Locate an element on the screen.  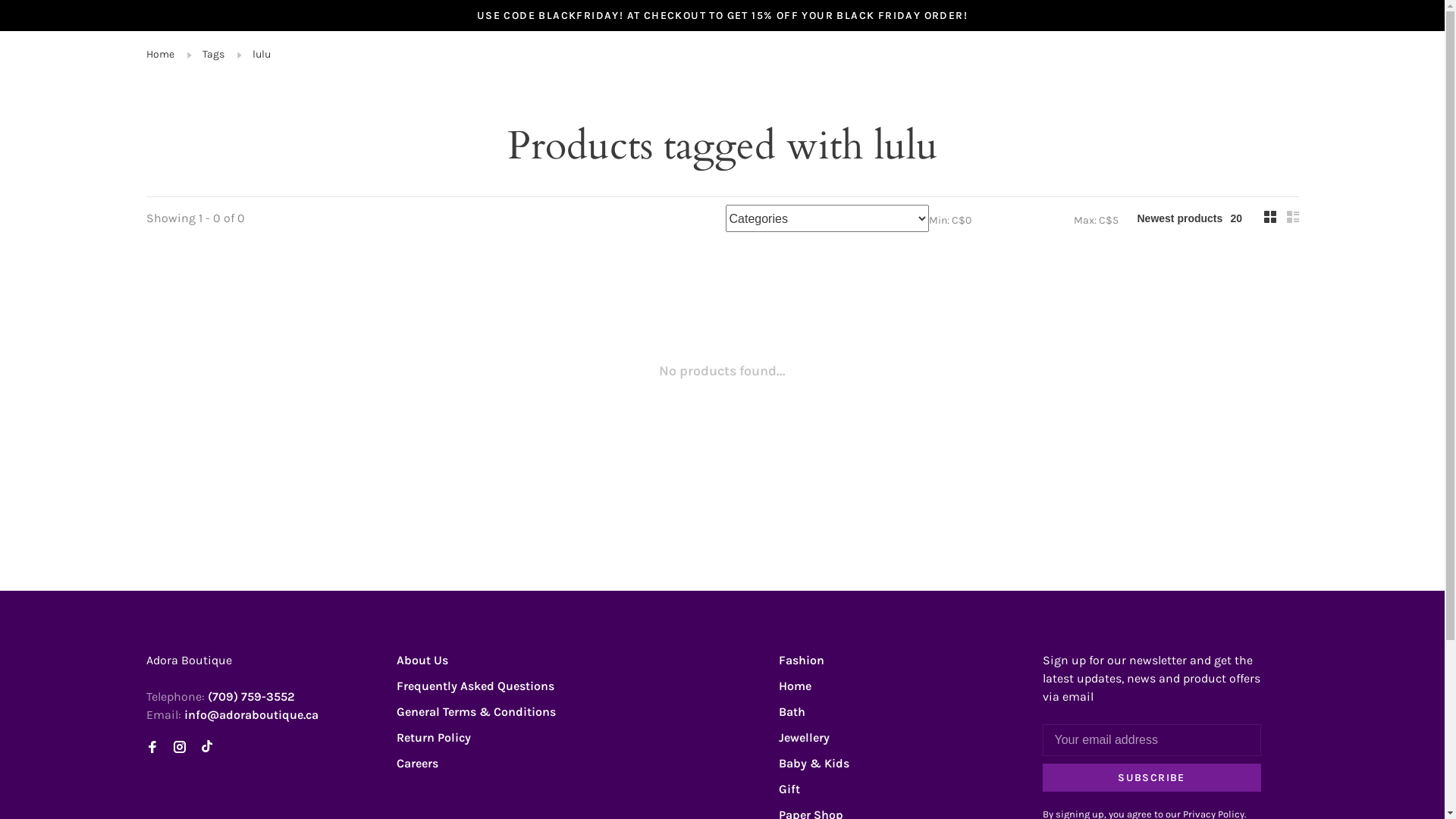
'Home' is located at coordinates (159, 53).